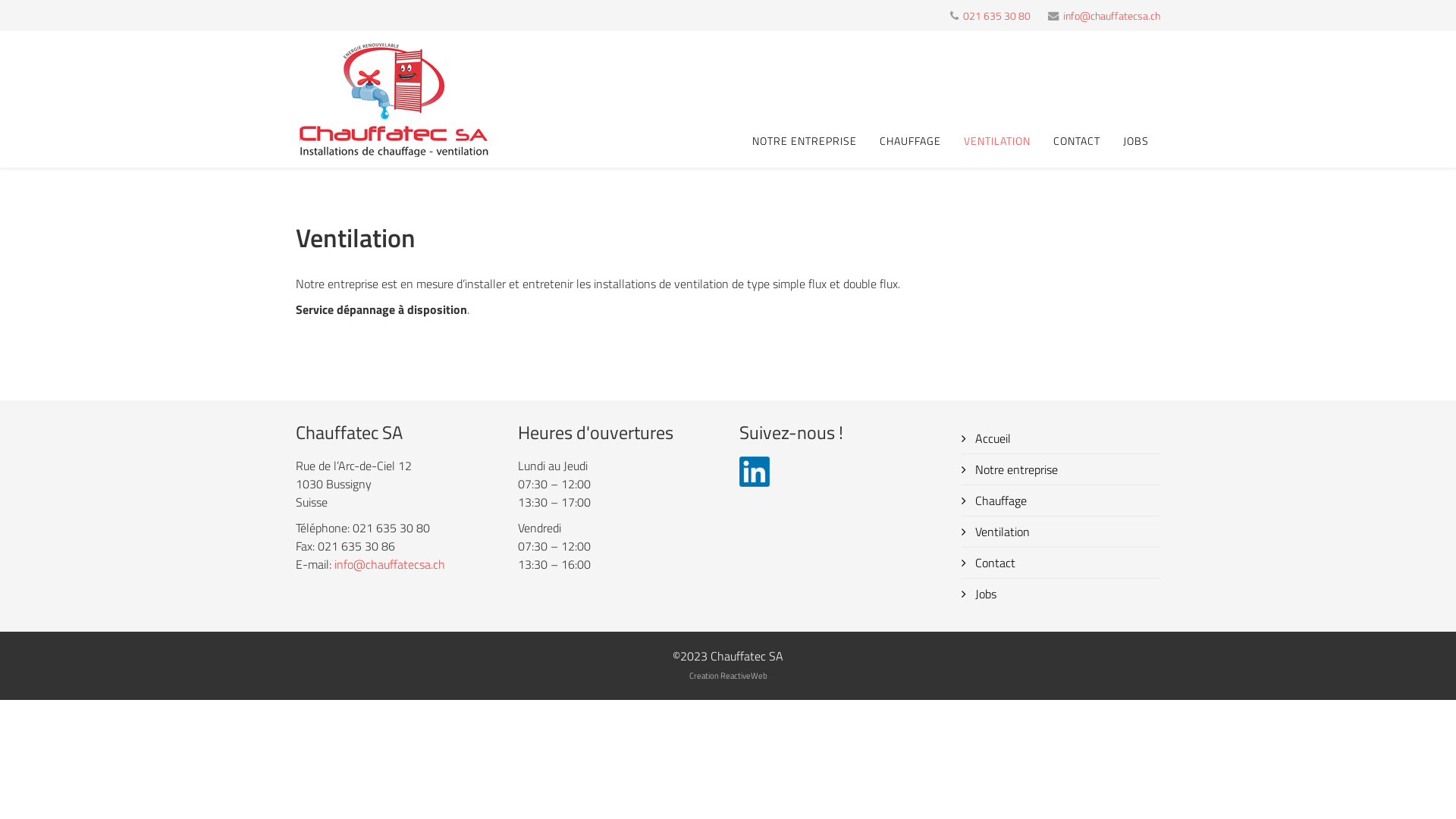  I want to click on 'Ventilation', so click(1060, 531).